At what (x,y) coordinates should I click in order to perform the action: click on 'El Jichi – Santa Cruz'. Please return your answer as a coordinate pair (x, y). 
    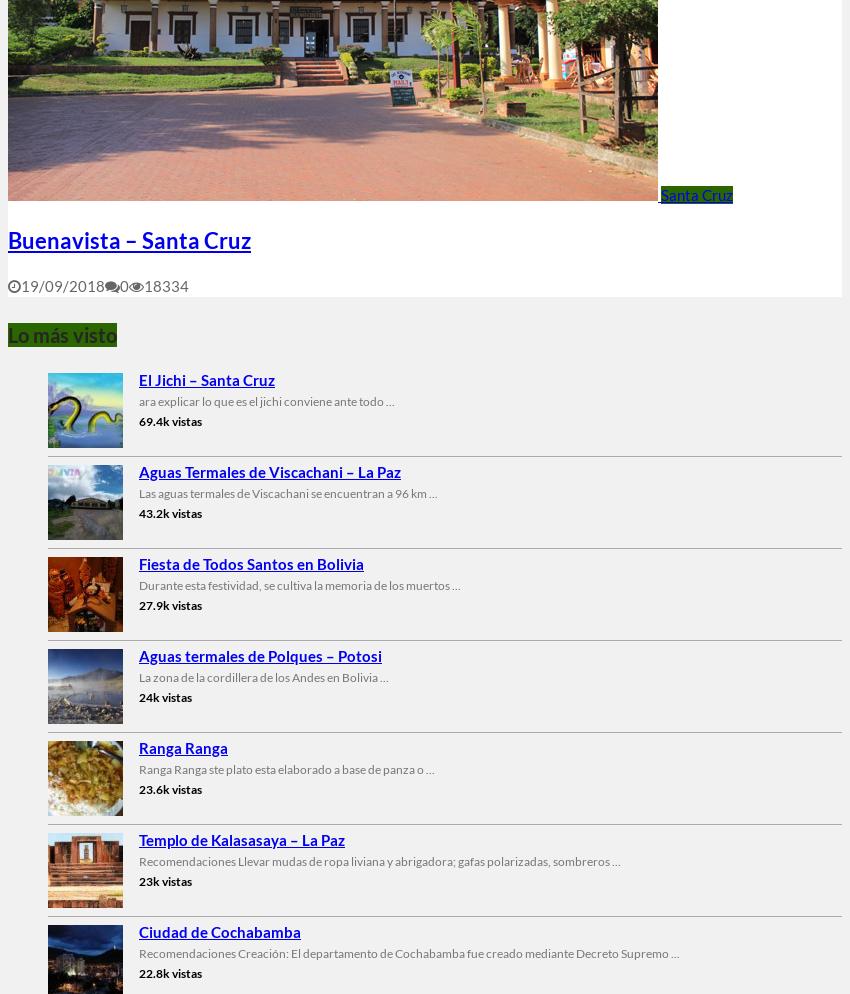
    Looking at the image, I should click on (205, 379).